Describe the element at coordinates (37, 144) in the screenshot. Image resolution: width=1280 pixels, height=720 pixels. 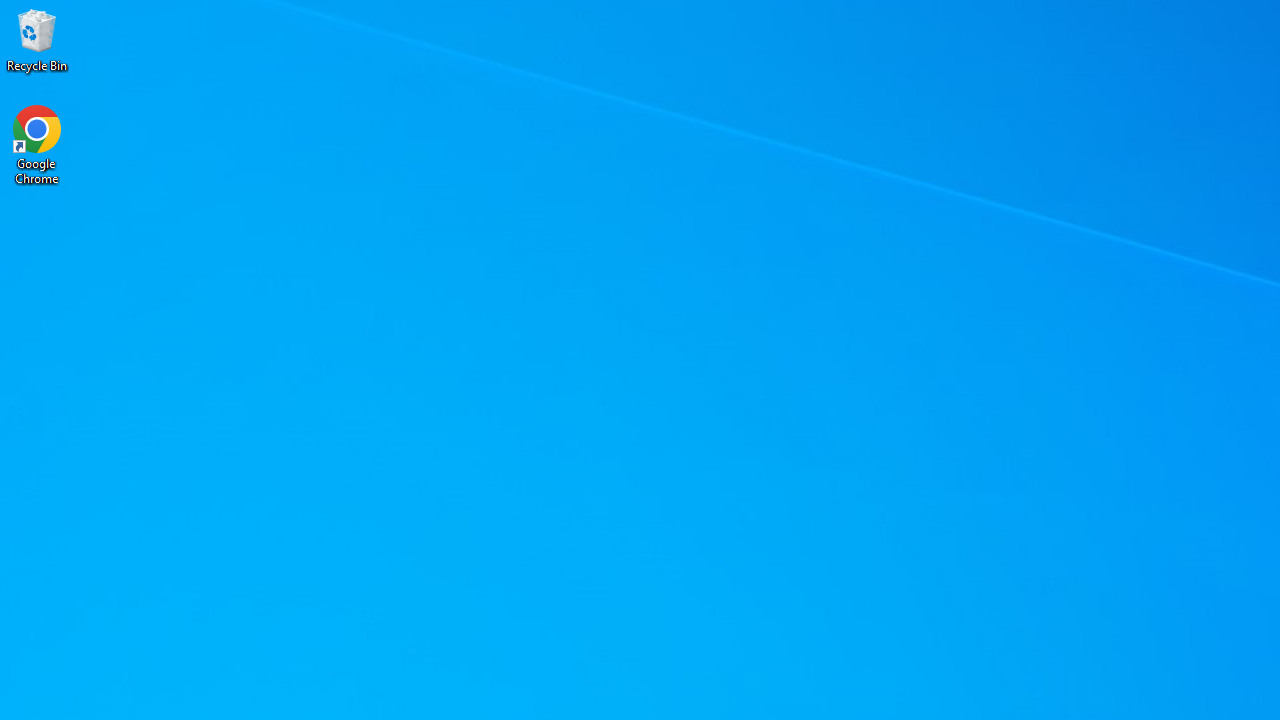
I see `'Google Chrome'` at that location.